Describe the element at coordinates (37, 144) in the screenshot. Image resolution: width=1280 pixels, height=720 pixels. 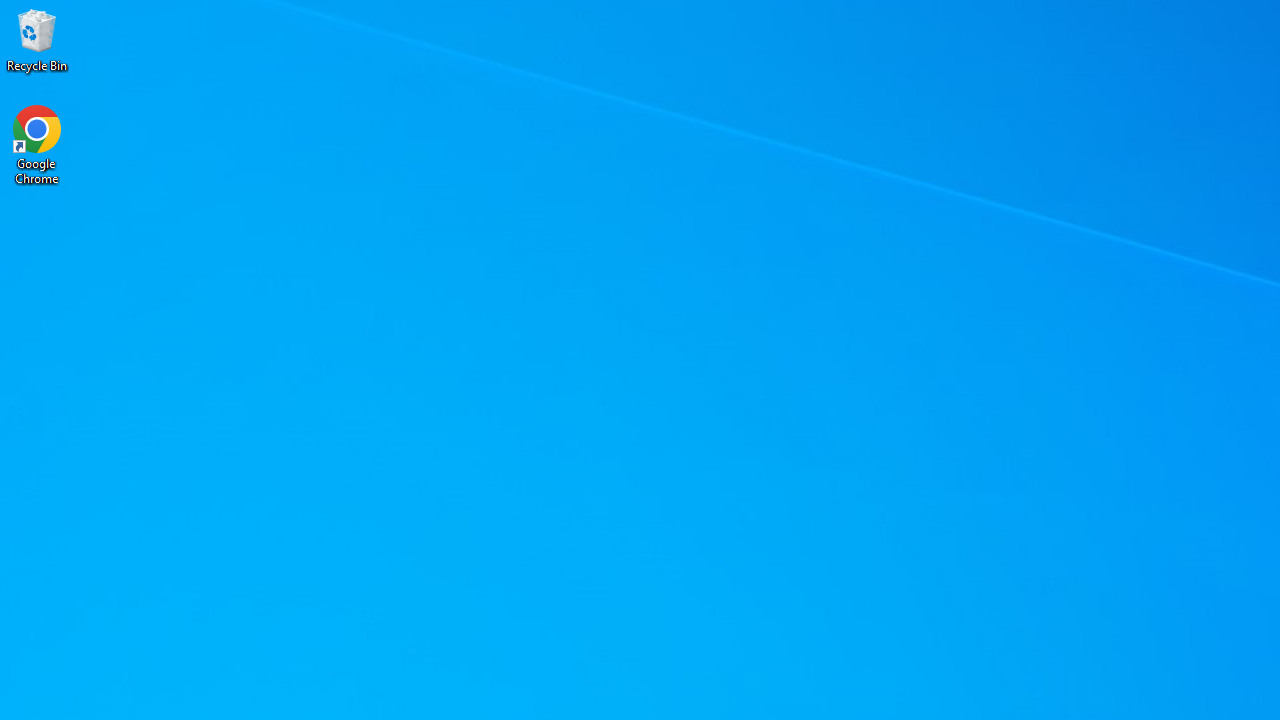
I see `'Google Chrome'` at that location.